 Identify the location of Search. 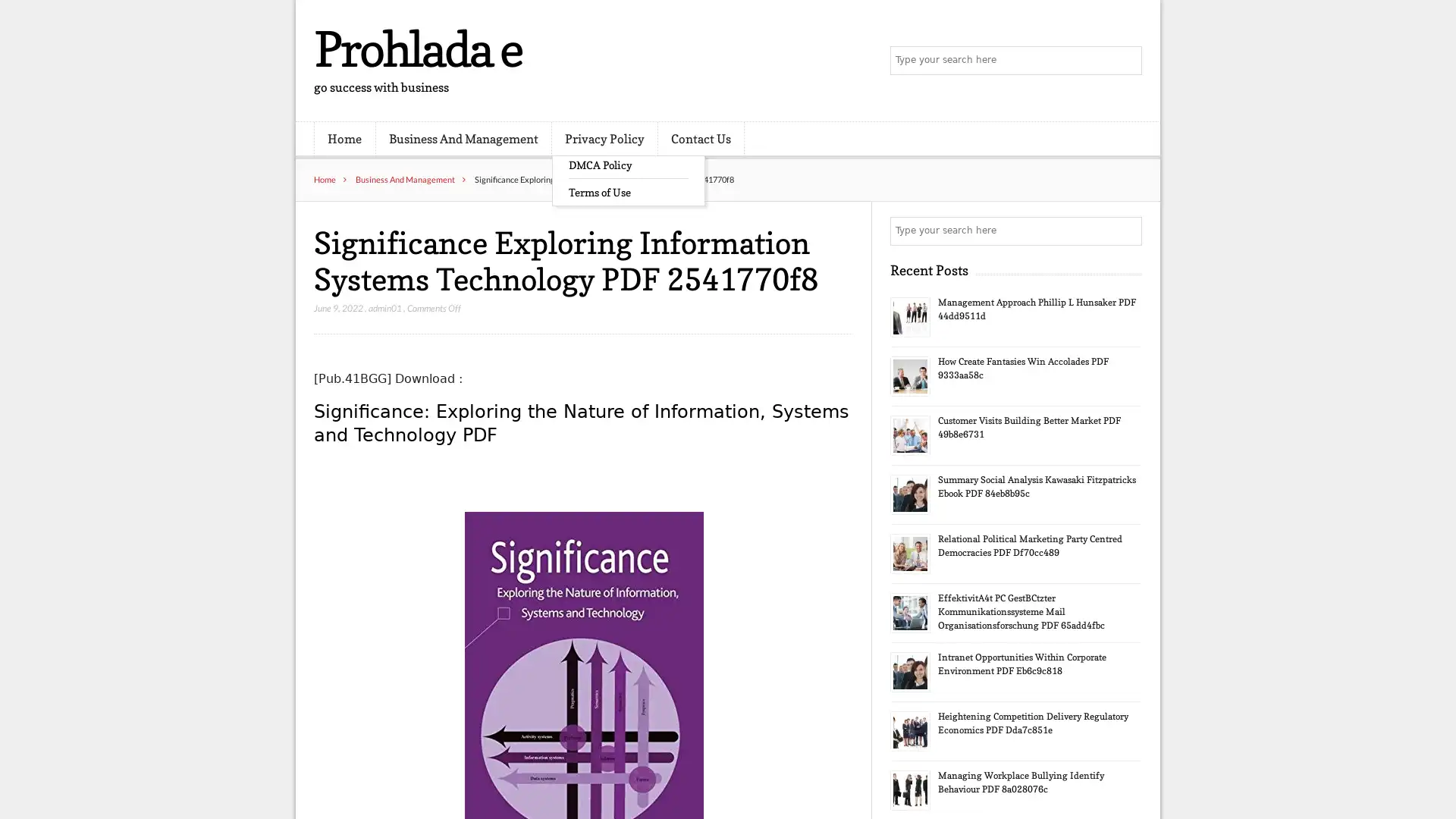
(1126, 61).